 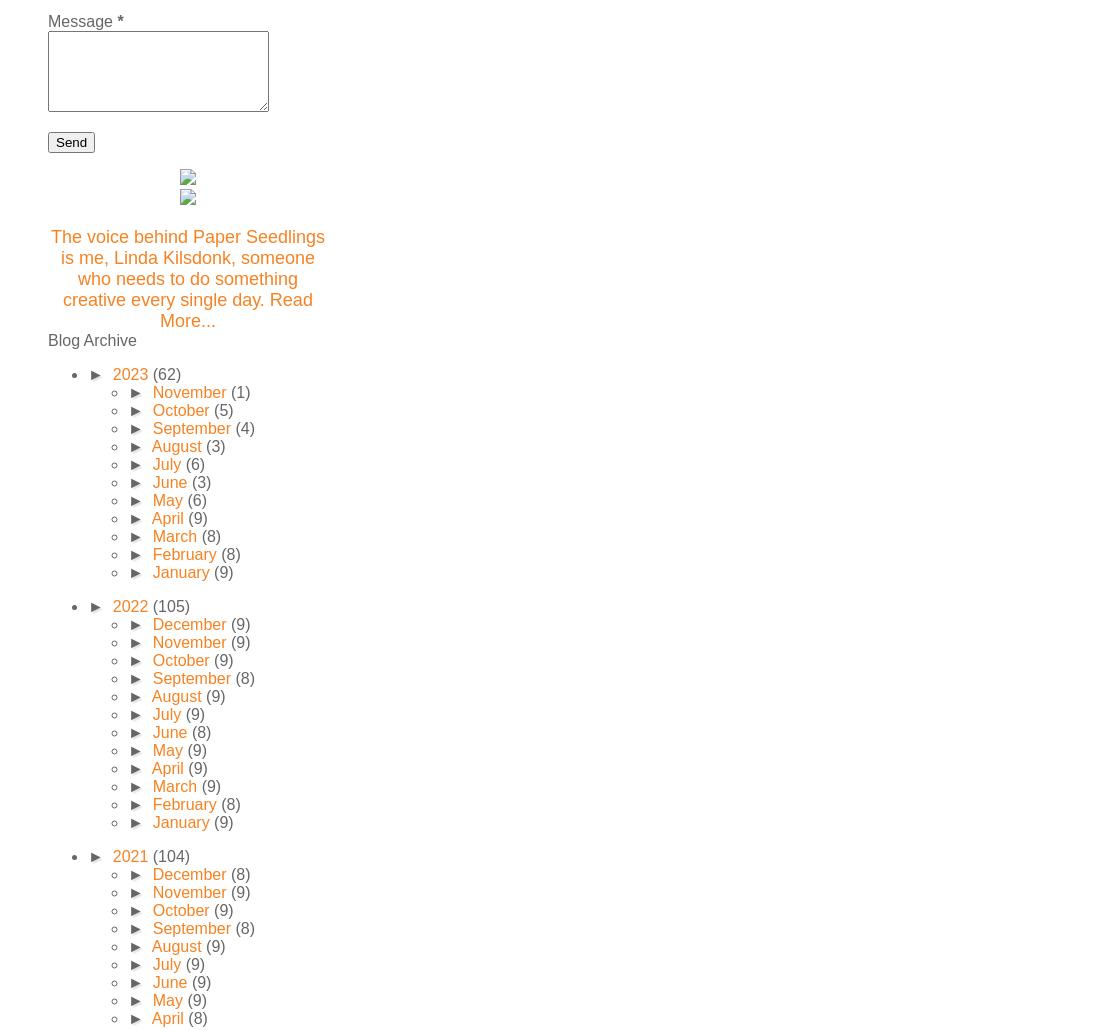 I want to click on '2023', so click(x=131, y=374).